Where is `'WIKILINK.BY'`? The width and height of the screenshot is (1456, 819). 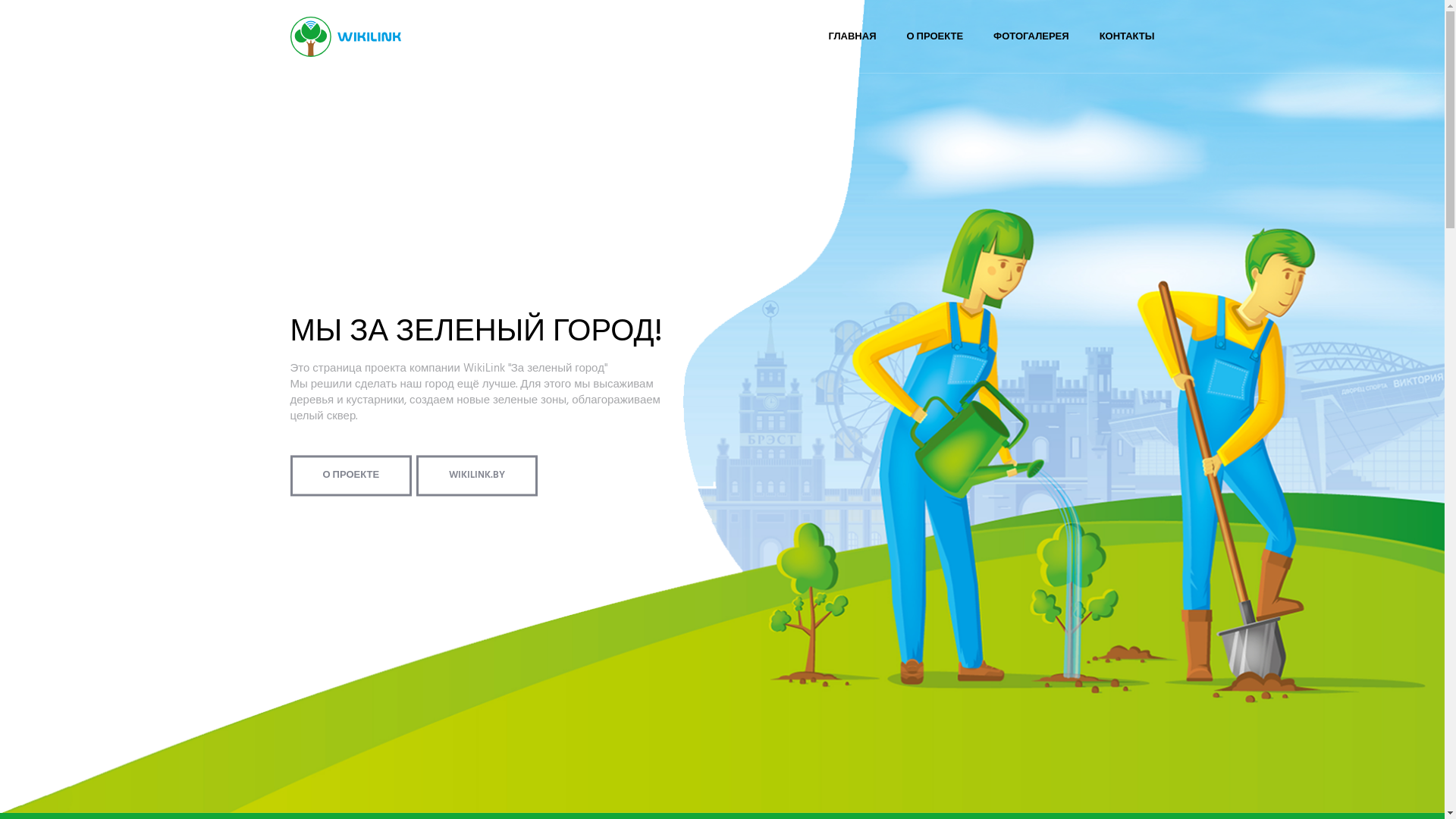 'WIKILINK.BY' is located at coordinates (475, 475).